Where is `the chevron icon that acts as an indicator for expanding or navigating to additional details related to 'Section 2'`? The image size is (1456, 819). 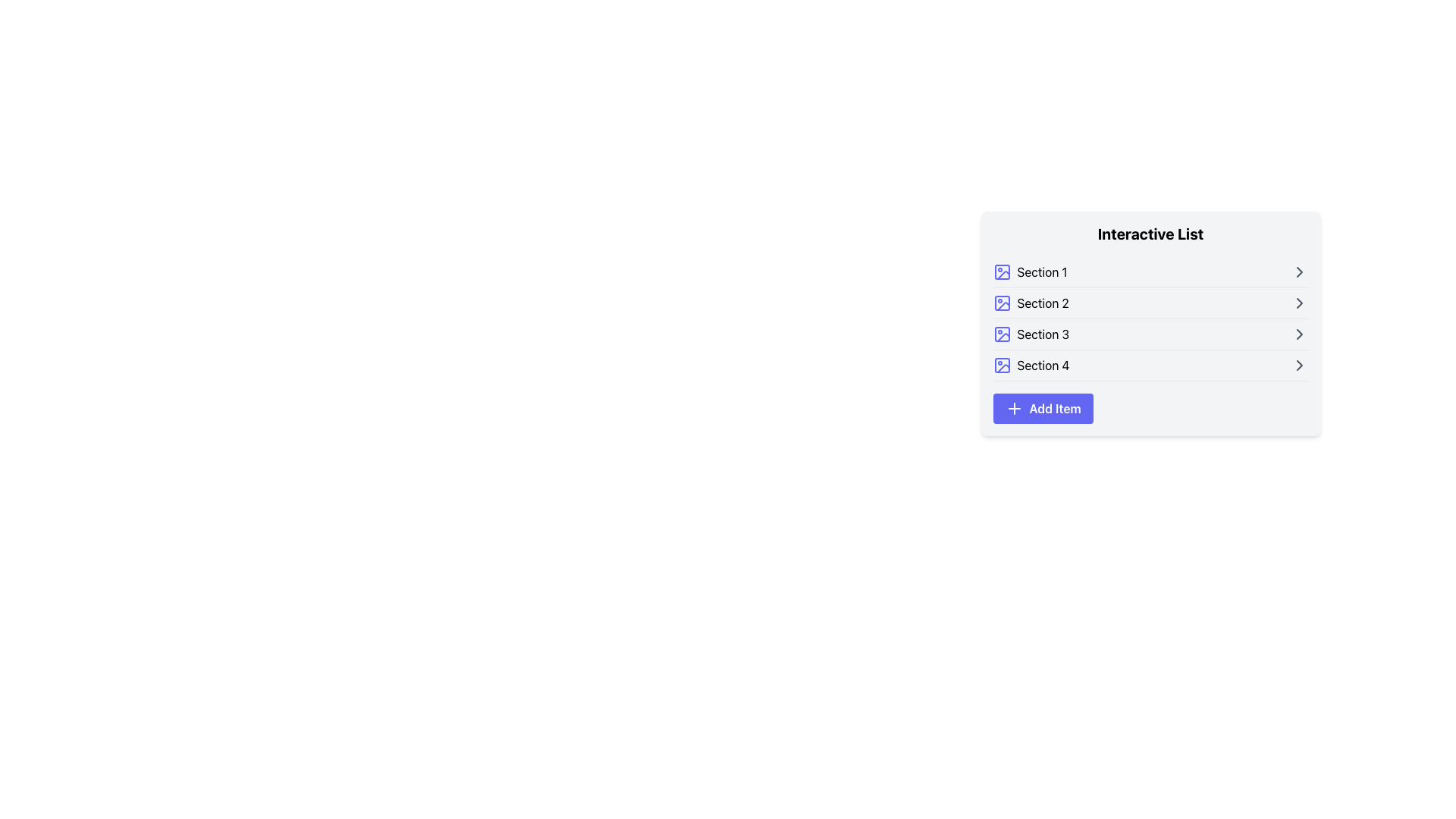
the chevron icon that acts as an indicator for expanding or navigating to additional details related to 'Section 2' is located at coordinates (1298, 303).